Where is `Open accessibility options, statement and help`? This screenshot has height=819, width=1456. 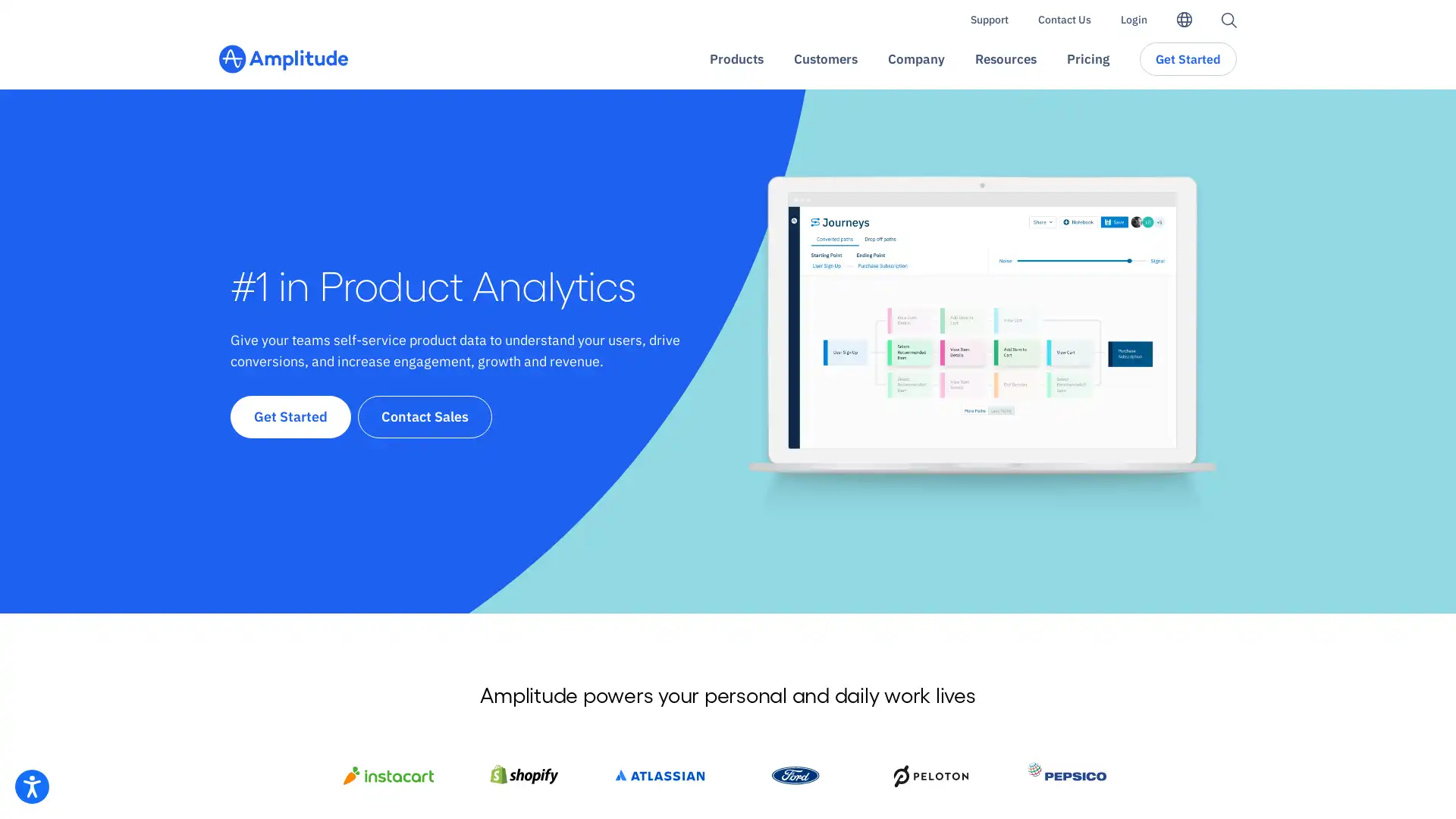
Open accessibility options, statement and help is located at coordinates (32, 786).